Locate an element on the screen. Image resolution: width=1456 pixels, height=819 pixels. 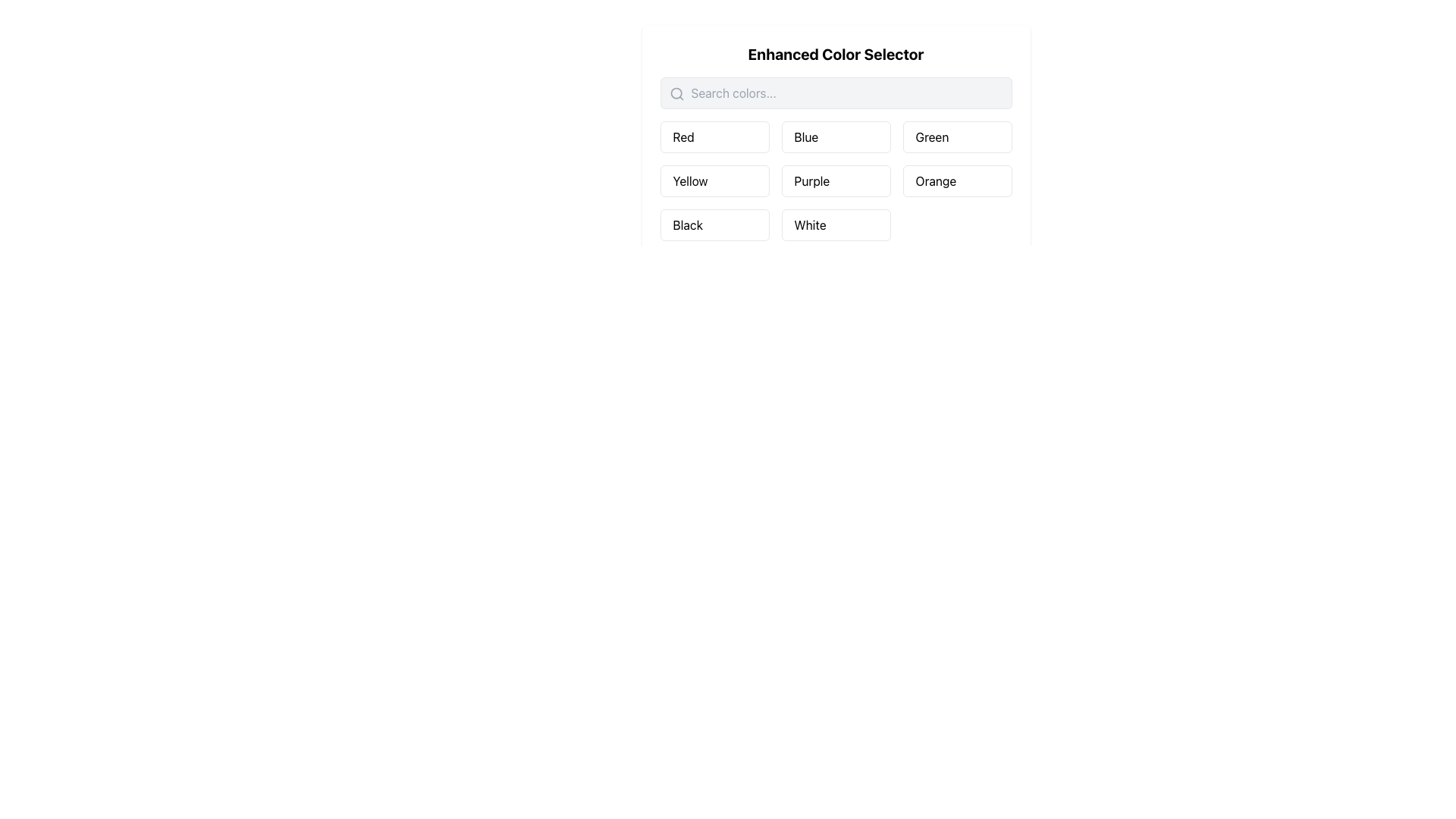
the 'Blue' button in the Enhanced Color Selector grid is located at coordinates (805, 137).